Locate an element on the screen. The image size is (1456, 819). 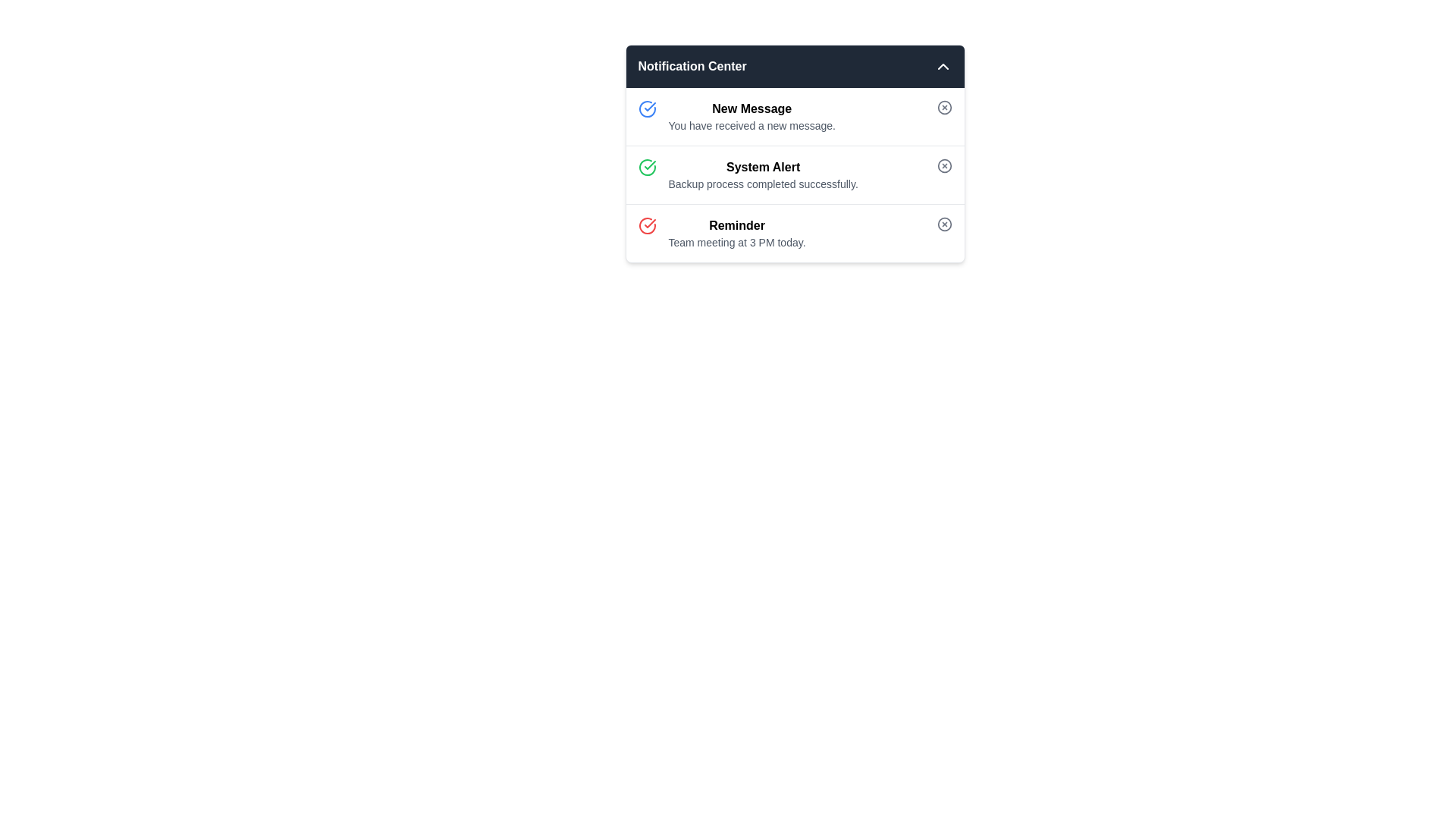
the 'Notification Center' label, which is a bold white text label located in the header area of the notification panel, aligned to the left is located at coordinates (692, 66).